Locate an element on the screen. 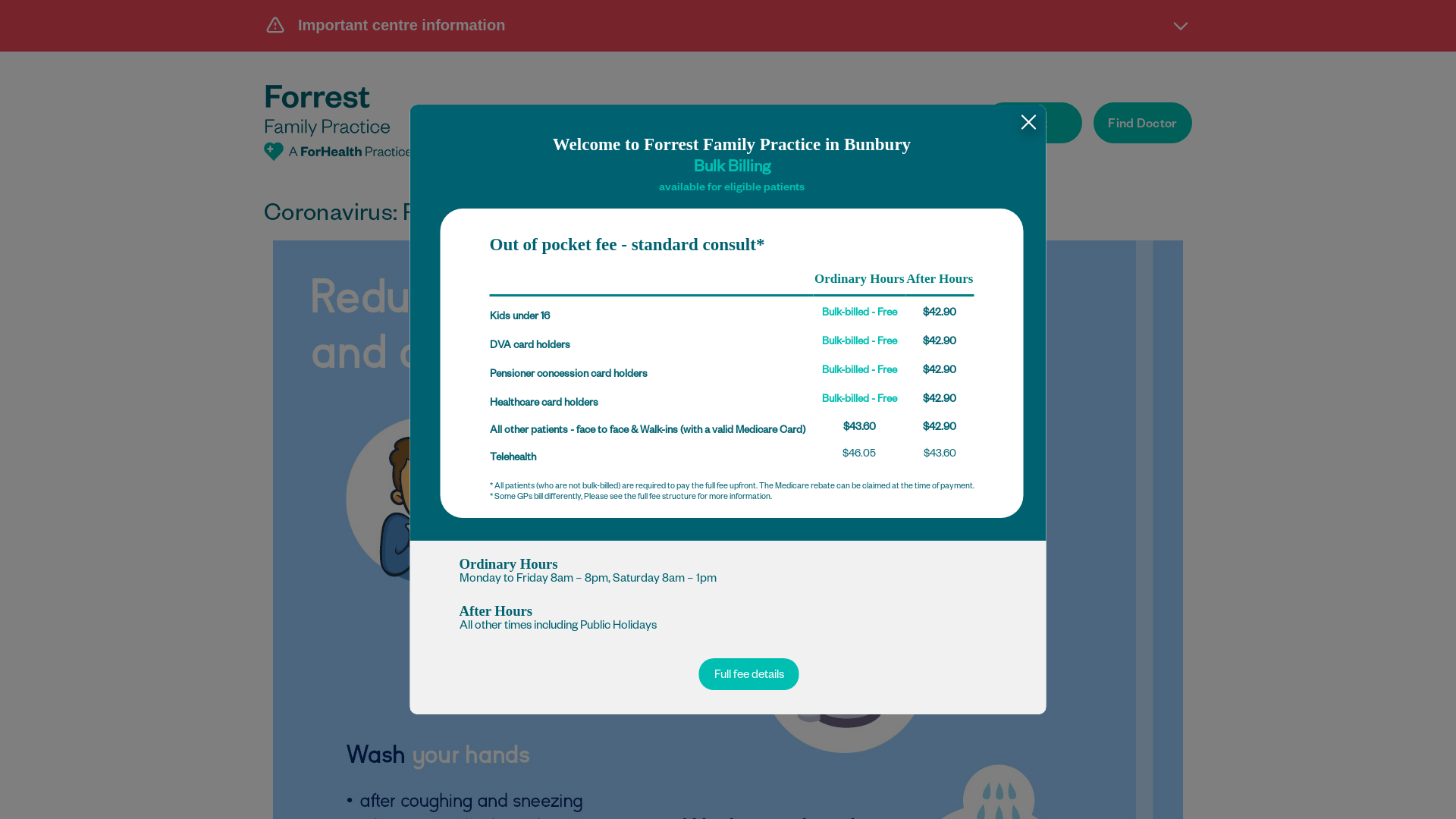 The width and height of the screenshot is (1456, 819). 'Find Doctor' is located at coordinates (1143, 122).